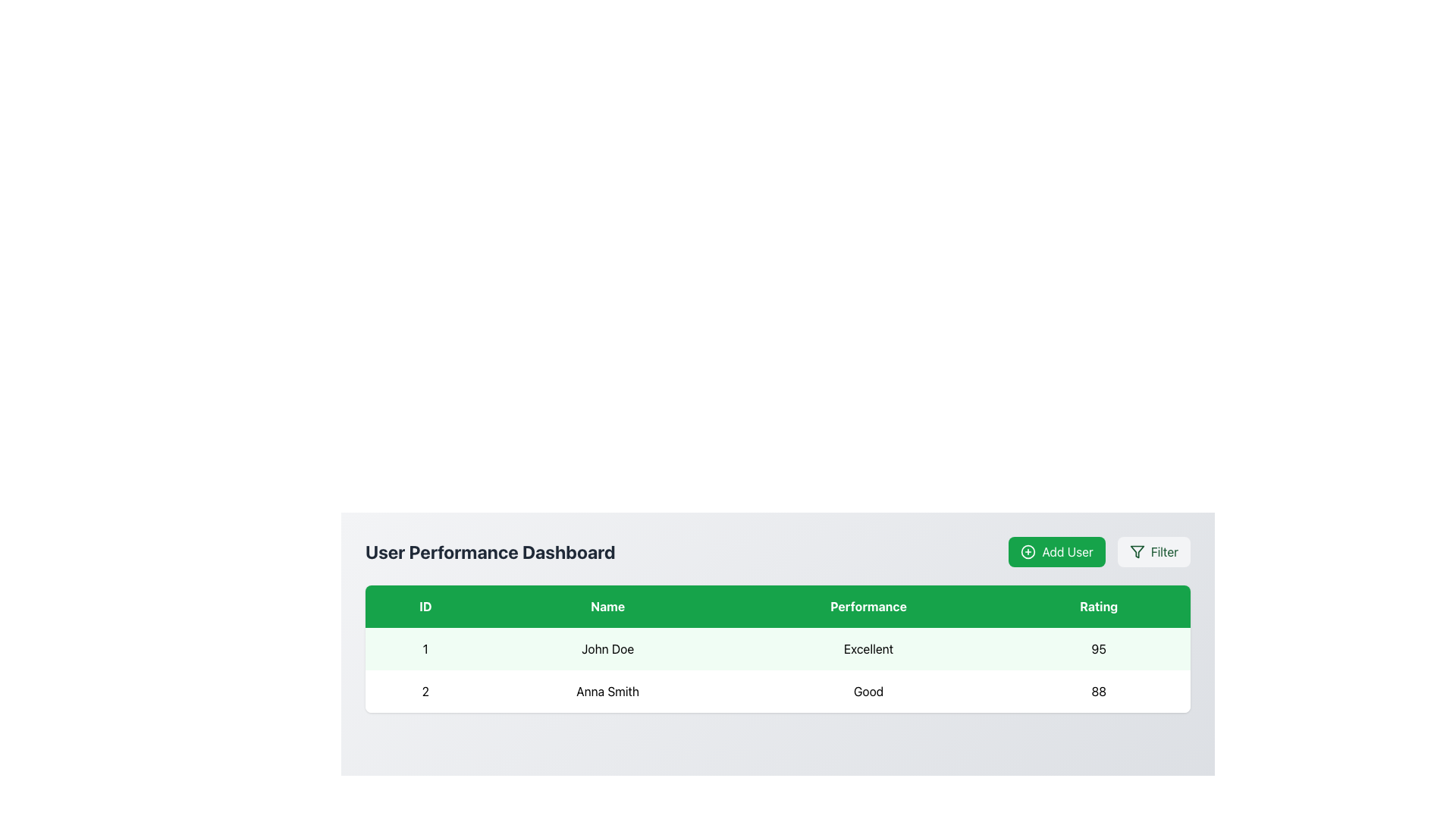 Image resolution: width=1456 pixels, height=819 pixels. What do you see at coordinates (868, 691) in the screenshot?
I see `the non-interactive text label indicating performance status in the third column of the second row of the User Performance Dashboard table` at bounding box center [868, 691].